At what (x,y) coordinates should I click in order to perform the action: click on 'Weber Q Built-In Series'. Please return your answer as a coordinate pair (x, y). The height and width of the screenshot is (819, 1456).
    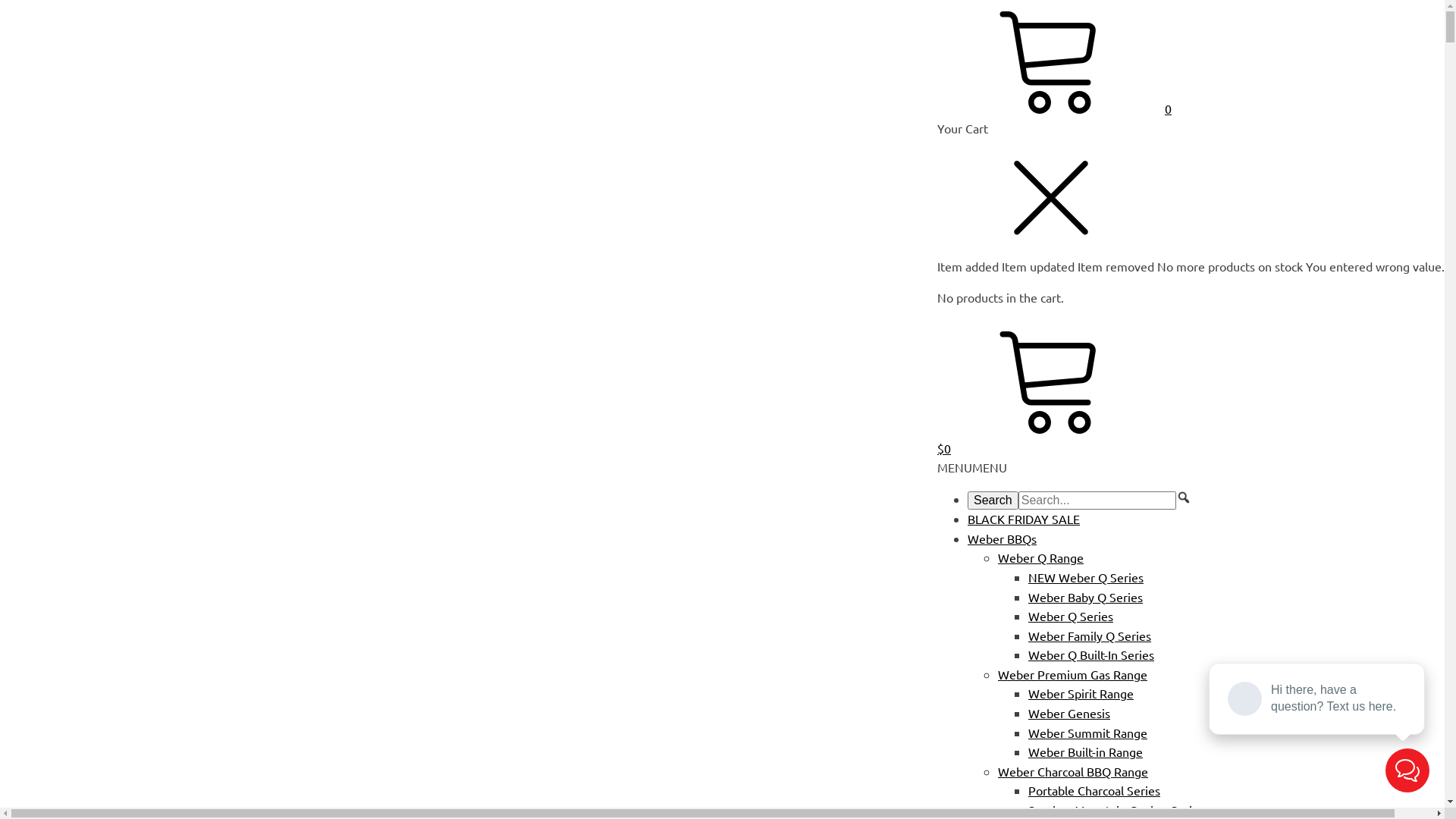
    Looking at the image, I should click on (1090, 654).